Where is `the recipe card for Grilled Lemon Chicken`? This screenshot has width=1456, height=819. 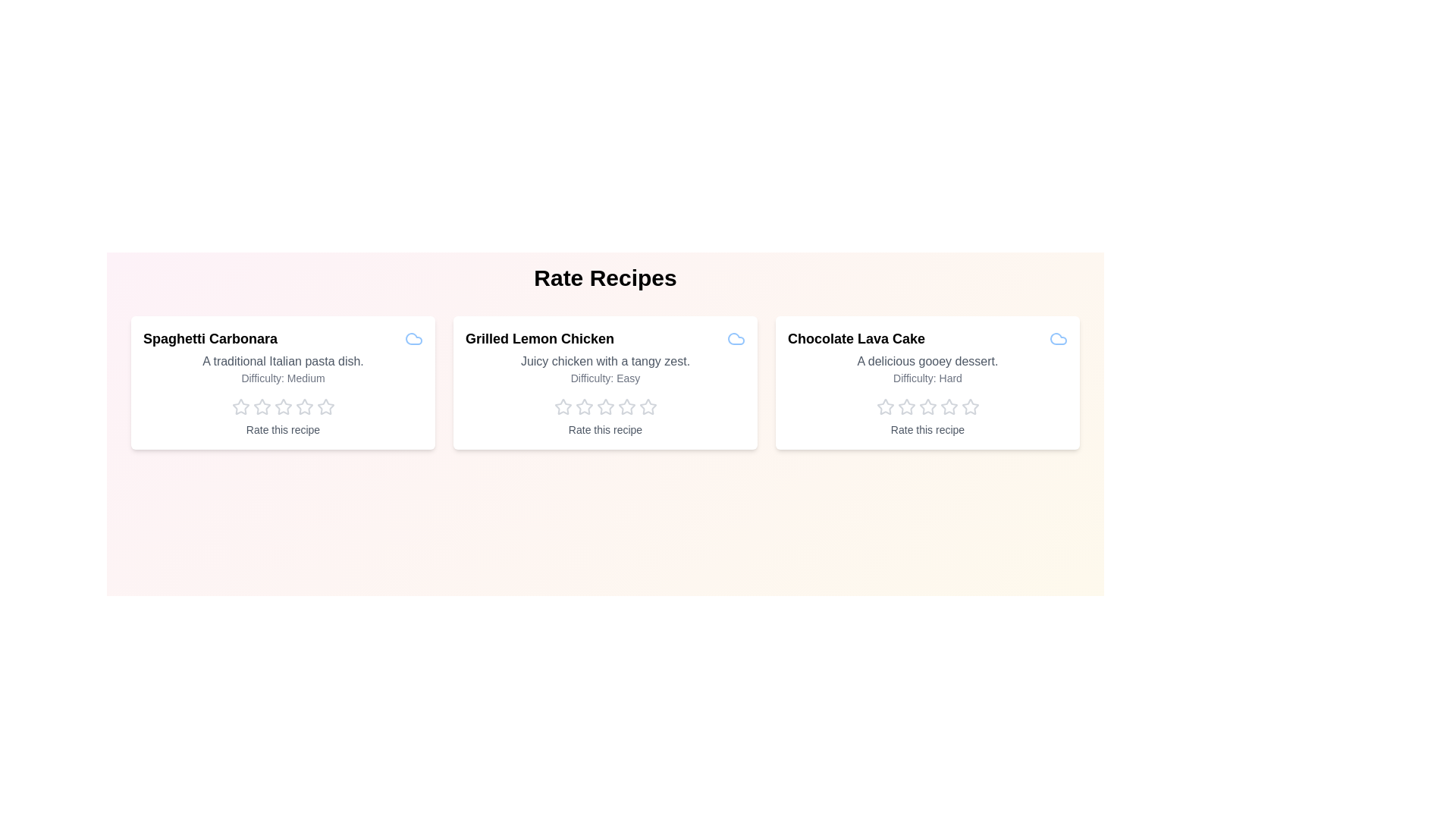 the recipe card for Grilled Lemon Chicken is located at coordinates (604, 382).